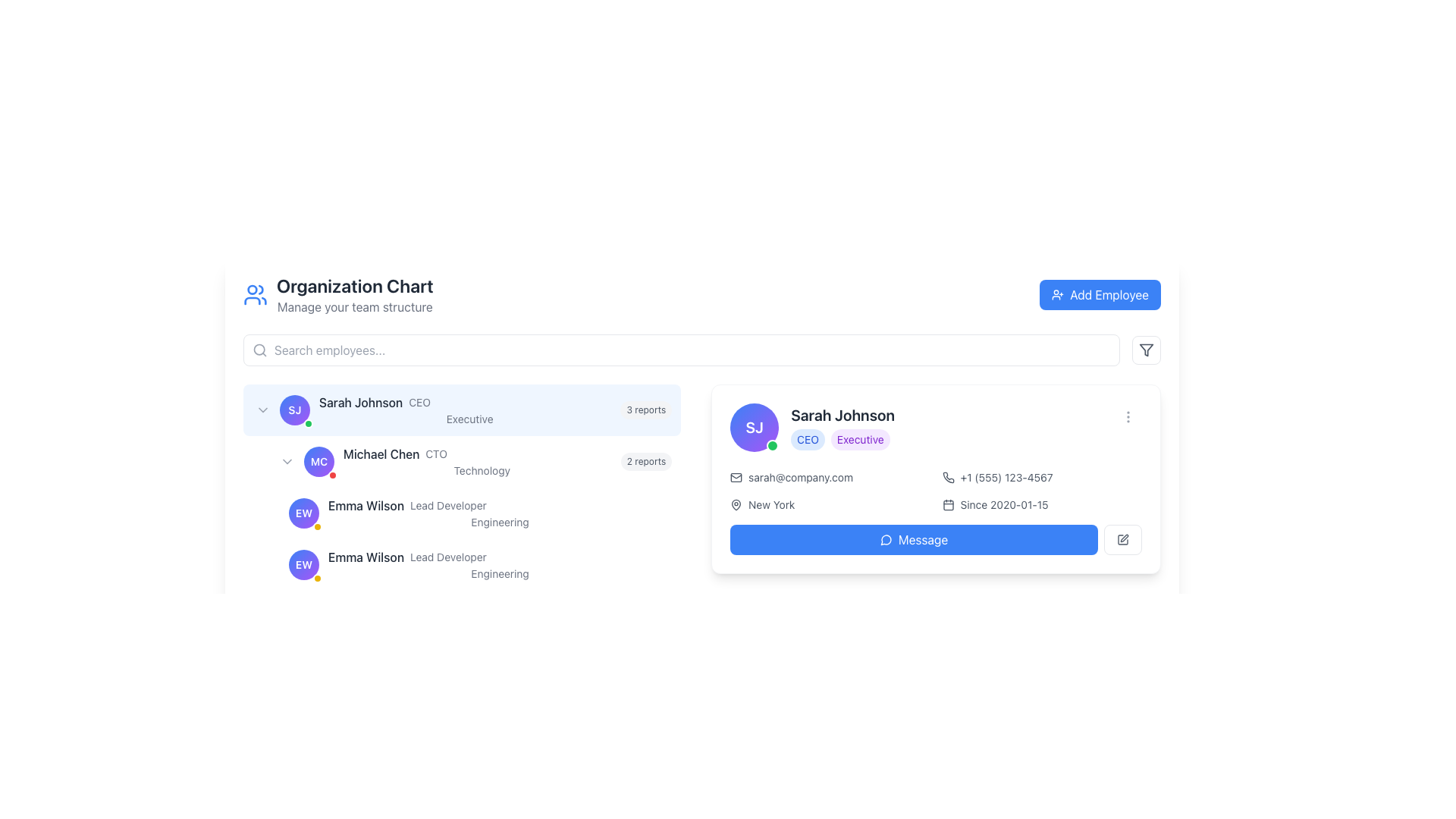 The height and width of the screenshot is (819, 1456). What do you see at coordinates (500, 573) in the screenshot?
I see `the Static text label displaying 'Engineering', which is located under the name 'Emma Wilson' and title 'Lead Developer' in the organization chart` at bounding box center [500, 573].